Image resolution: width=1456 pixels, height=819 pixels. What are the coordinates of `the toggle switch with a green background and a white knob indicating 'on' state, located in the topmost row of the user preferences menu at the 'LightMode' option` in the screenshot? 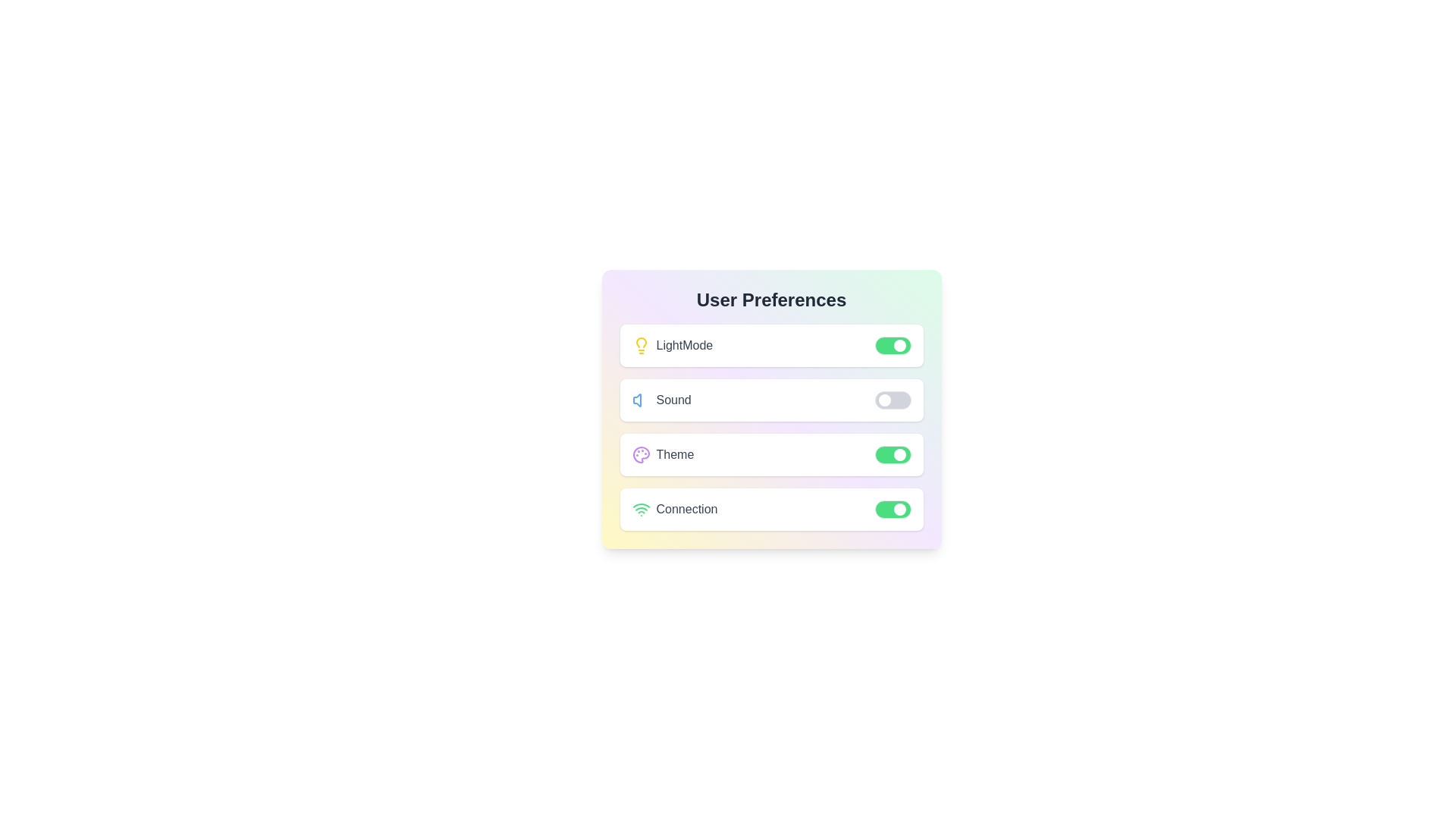 It's located at (893, 345).